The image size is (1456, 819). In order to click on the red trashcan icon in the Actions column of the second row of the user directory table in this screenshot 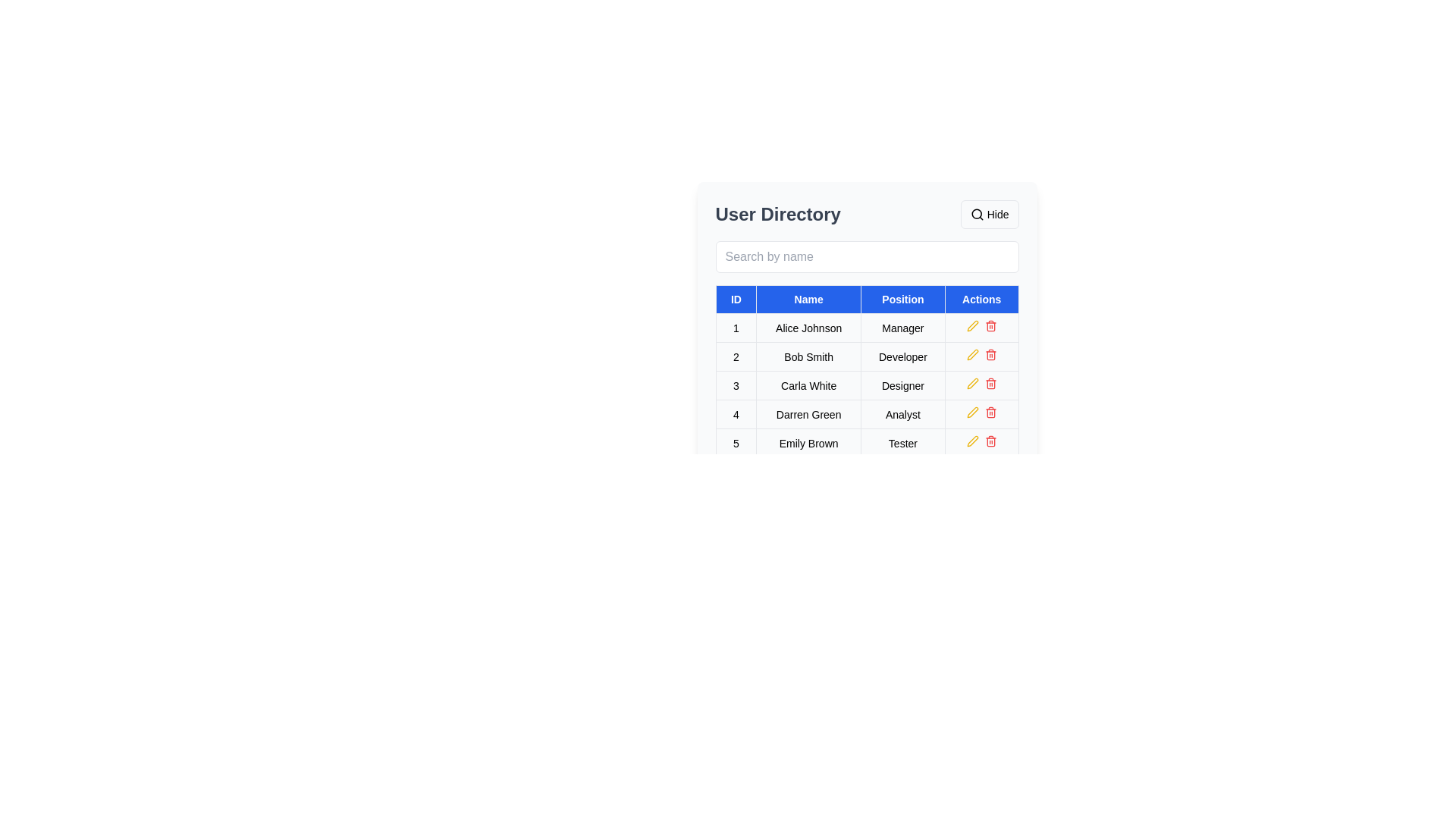, I will do `click(990, 354)`.